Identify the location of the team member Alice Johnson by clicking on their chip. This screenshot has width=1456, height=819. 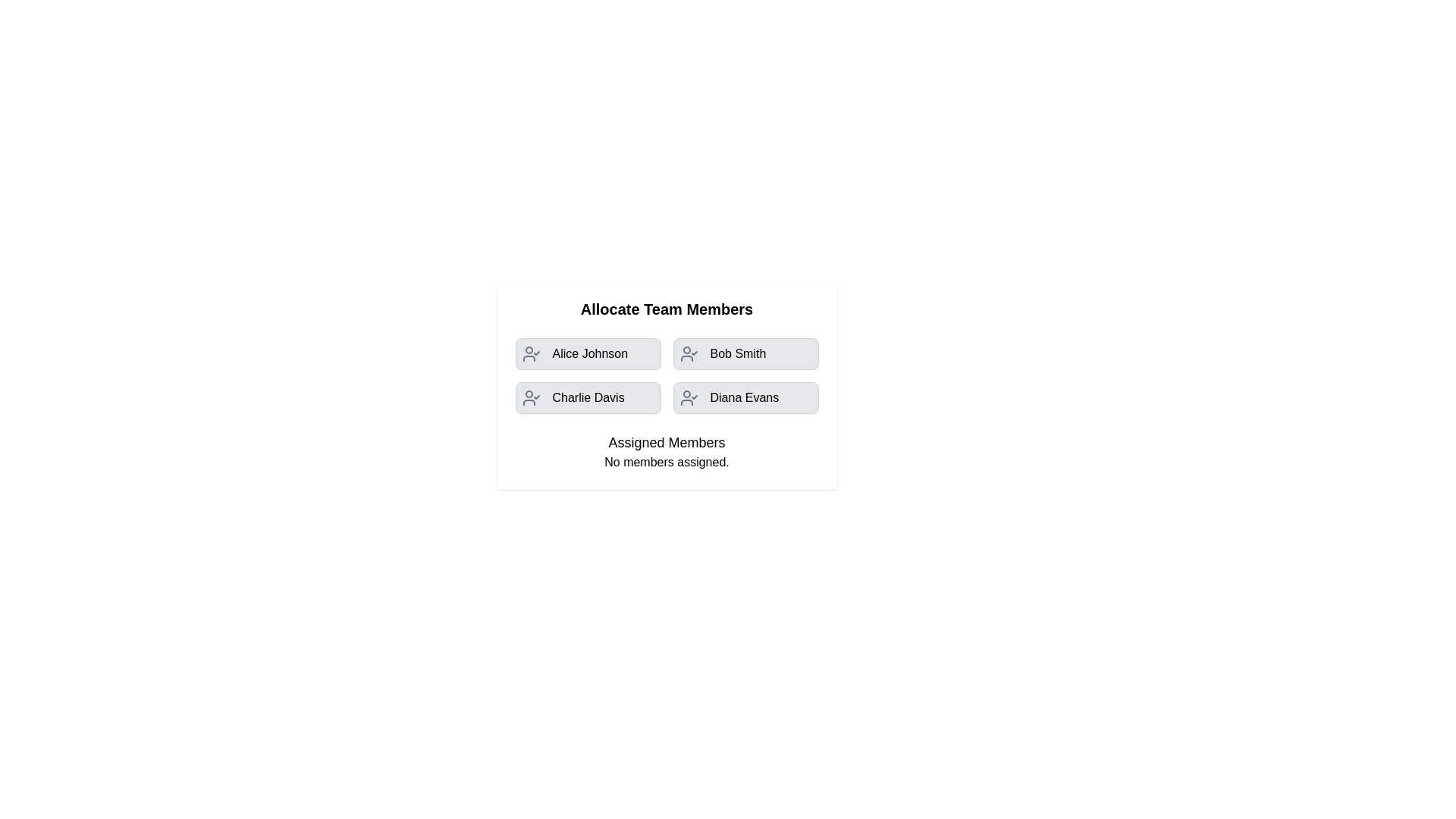
(587, 353).